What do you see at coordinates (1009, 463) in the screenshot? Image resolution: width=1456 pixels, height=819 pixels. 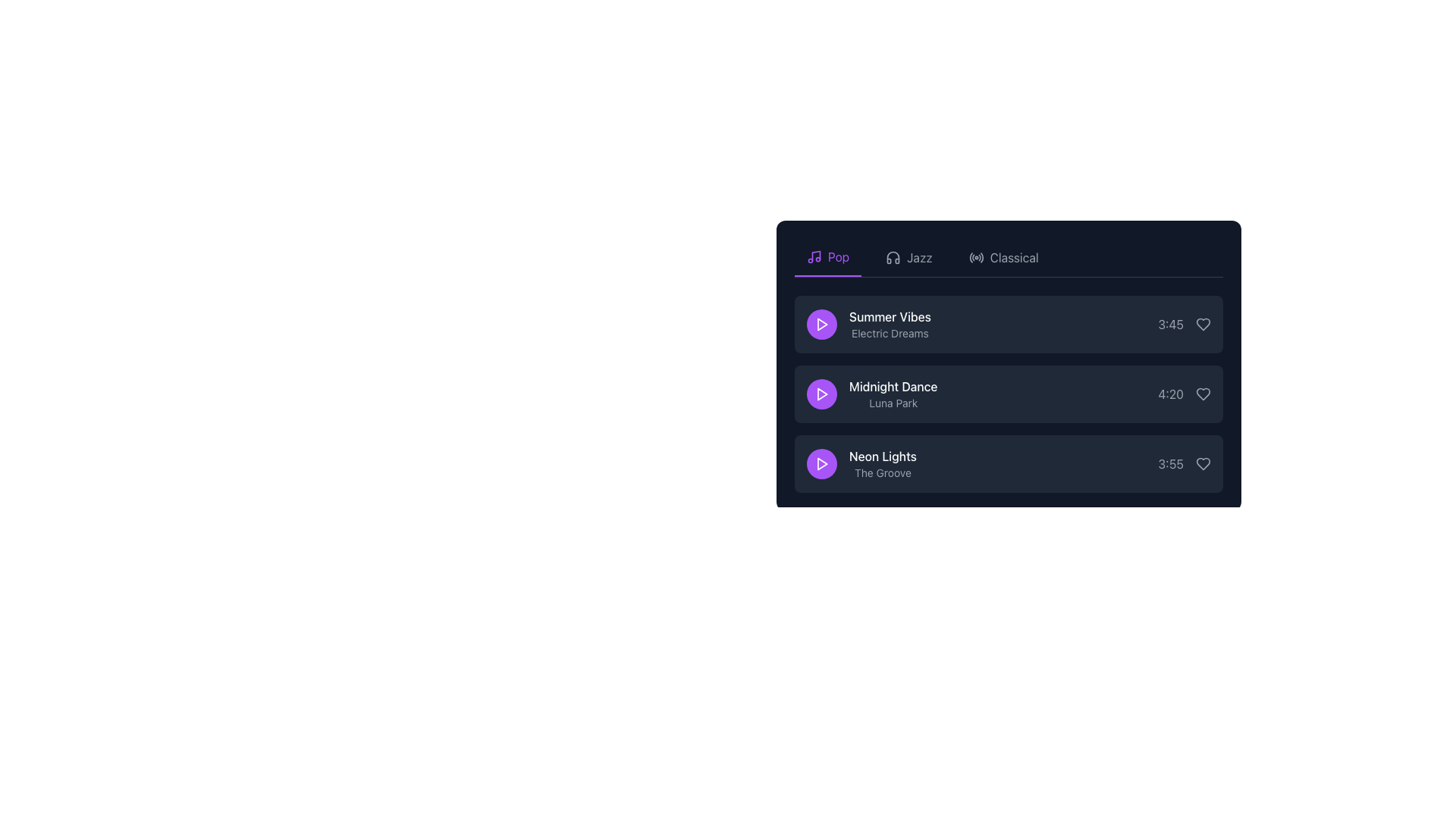 I see `the list item representing the music track 'Neon Lights' by 'The Groove' for additional options` at bounding box center [1009, 463].